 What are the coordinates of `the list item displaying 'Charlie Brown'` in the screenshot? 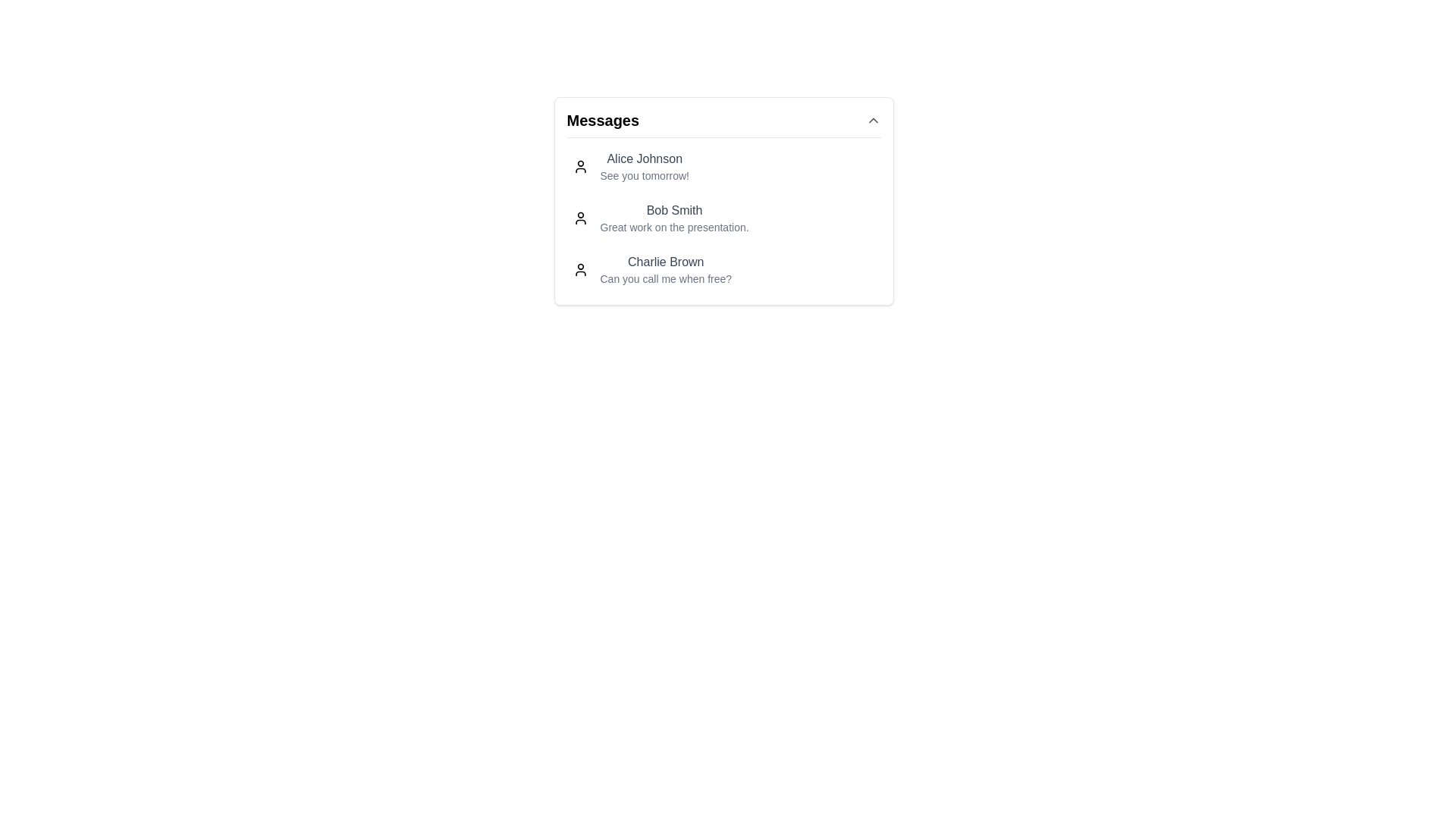 It's located at (666, 268).